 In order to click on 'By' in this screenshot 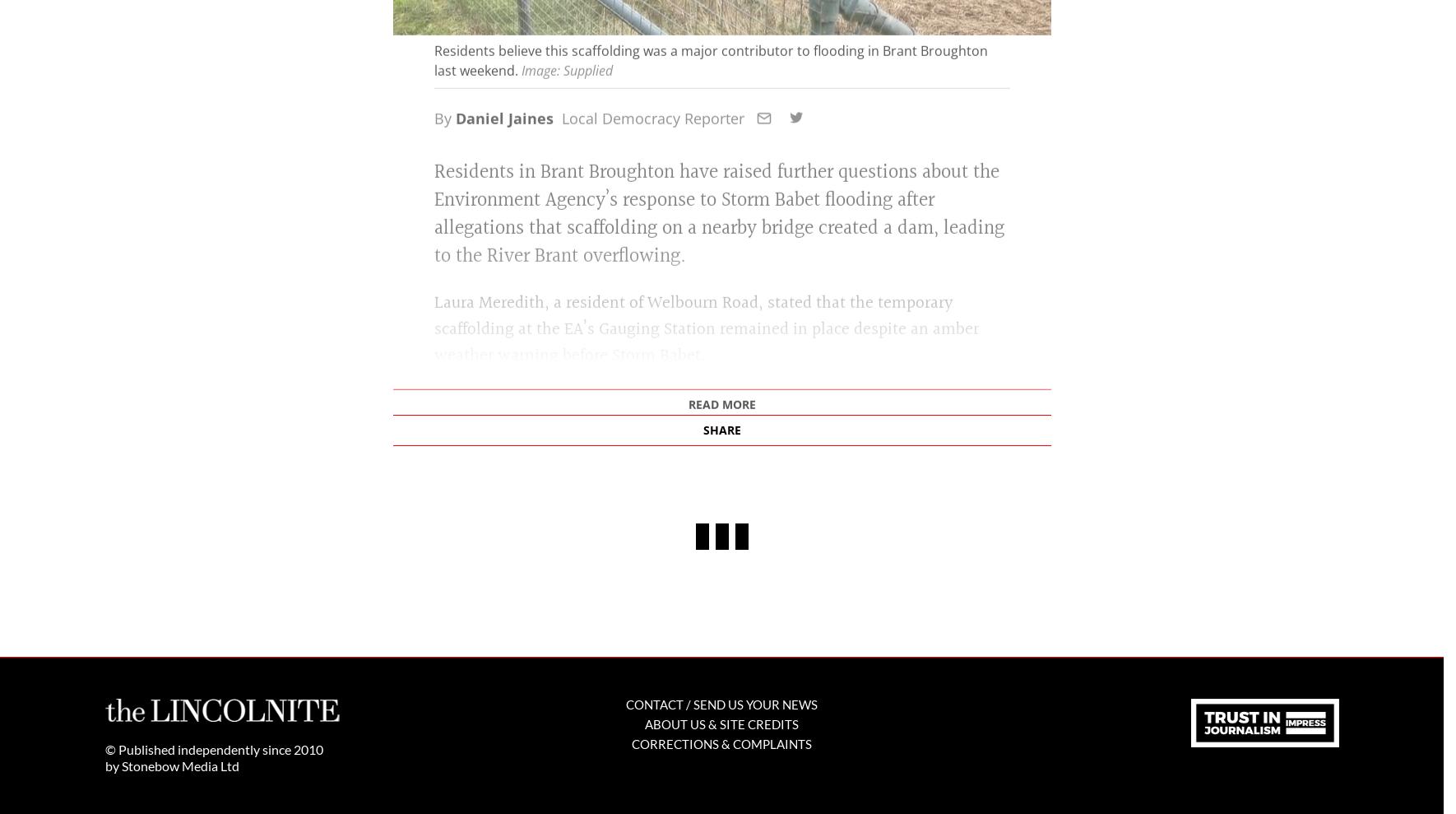, I will do `click(444, 369)`.